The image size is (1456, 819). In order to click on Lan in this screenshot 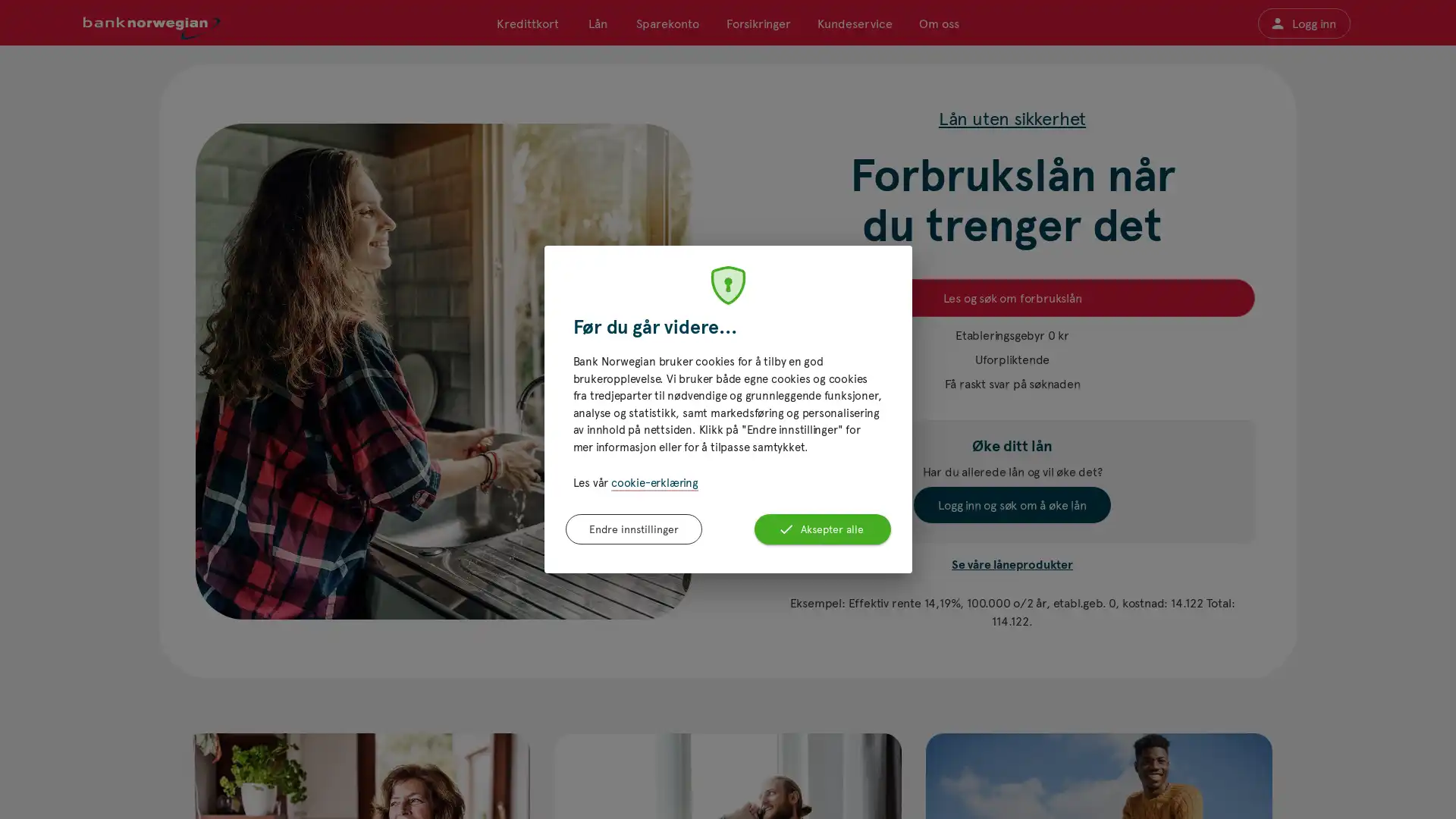, I will do `click(596, 23)`.